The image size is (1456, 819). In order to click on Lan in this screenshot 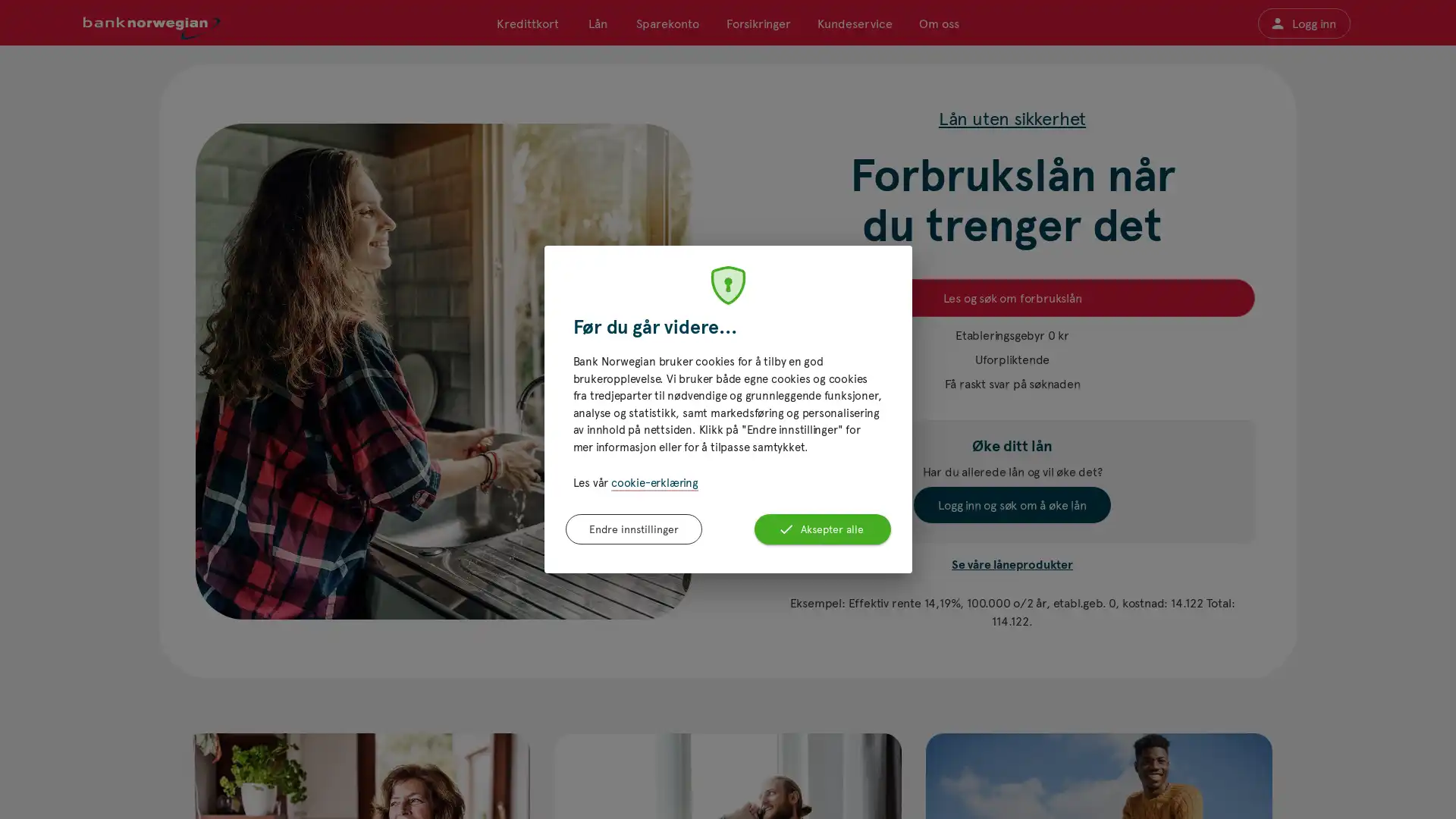, I will do `click(596, 23)`.